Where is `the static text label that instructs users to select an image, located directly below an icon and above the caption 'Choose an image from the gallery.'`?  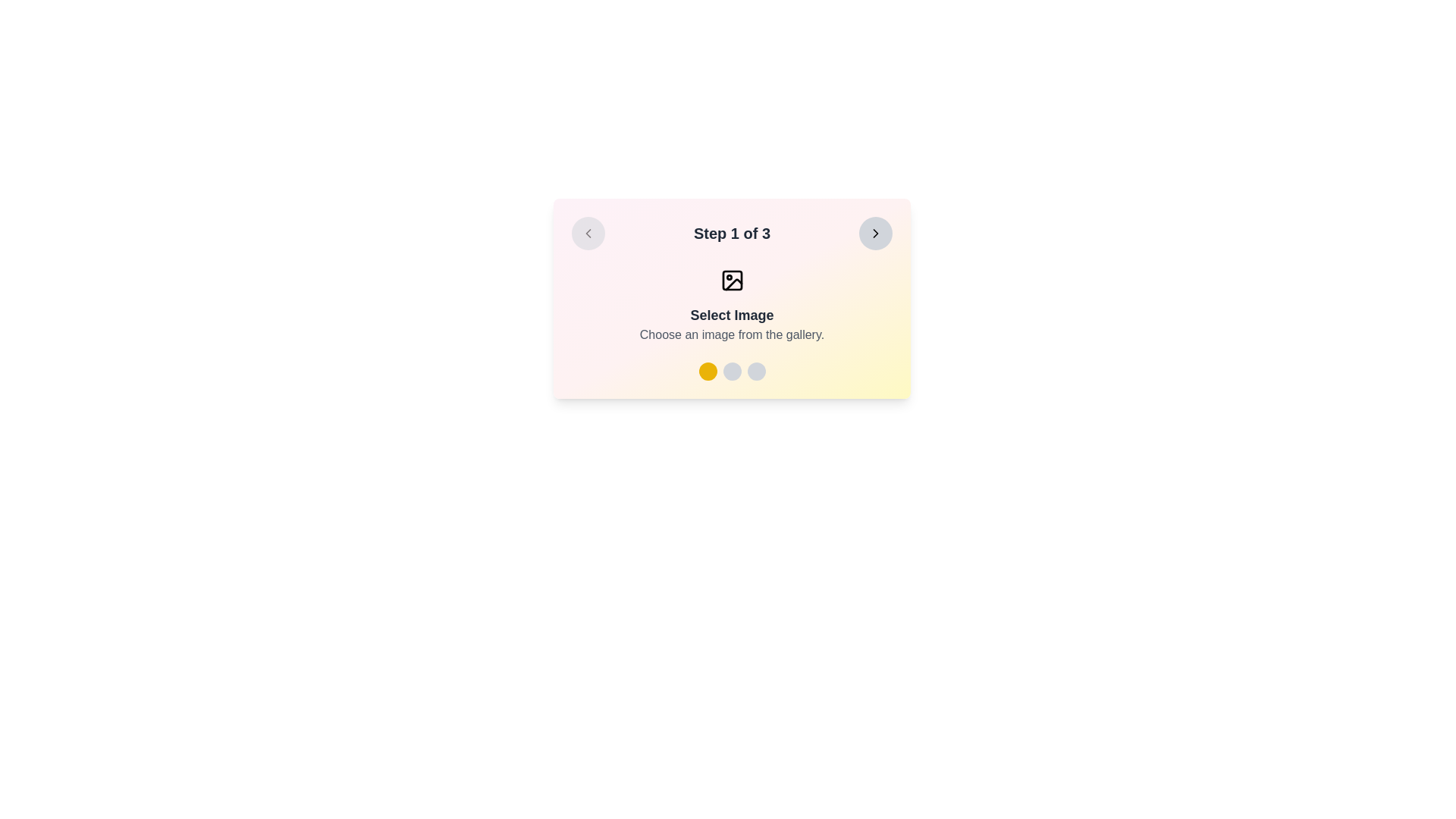 the static text label that instructs users to select an image, located directly below an icon and above the caption 'Choose an image from the gallery.' is located at coordinates (732, 315).